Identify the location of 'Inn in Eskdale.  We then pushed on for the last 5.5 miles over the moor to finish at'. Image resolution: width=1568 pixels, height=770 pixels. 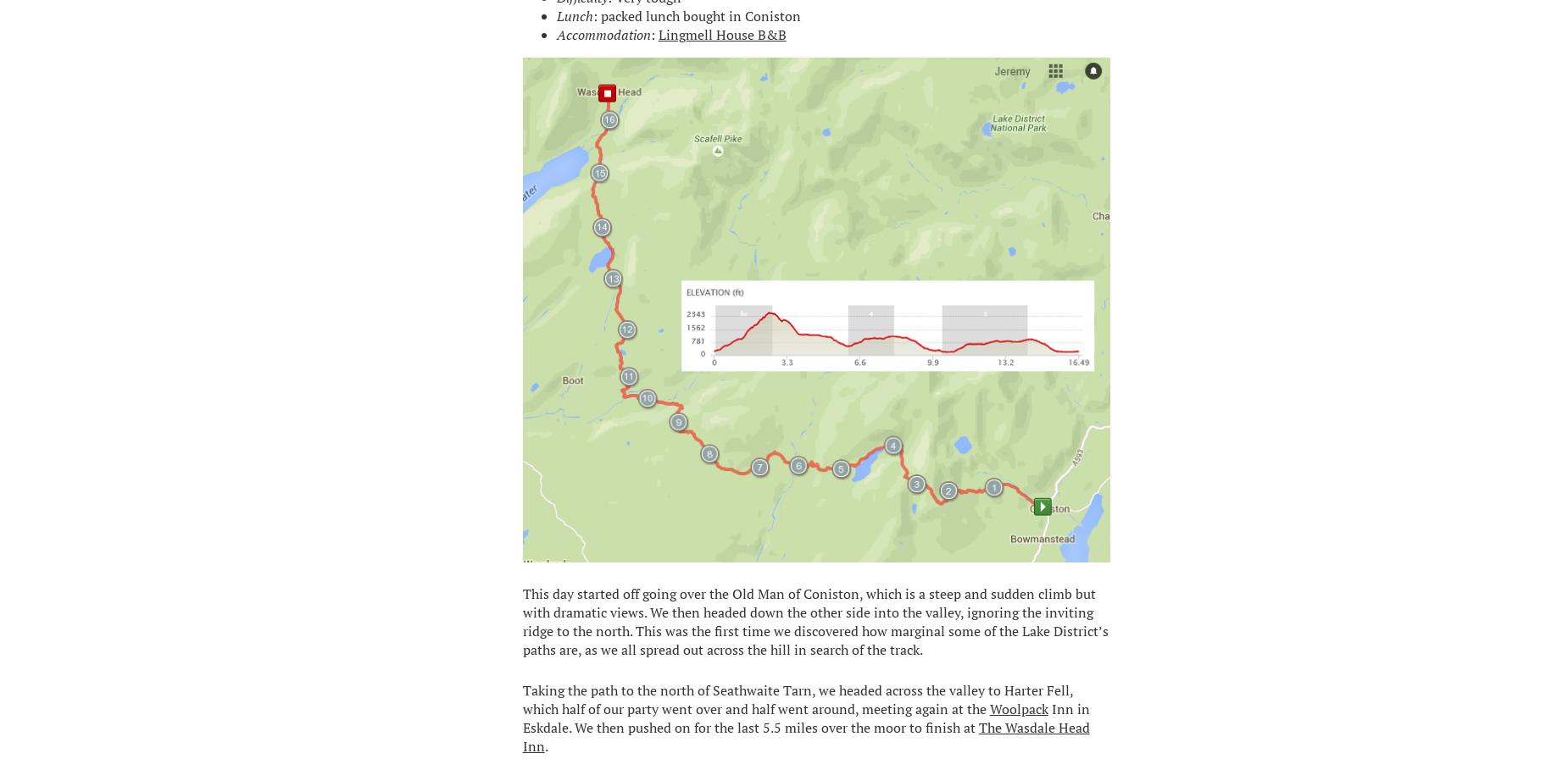
(804, 717).